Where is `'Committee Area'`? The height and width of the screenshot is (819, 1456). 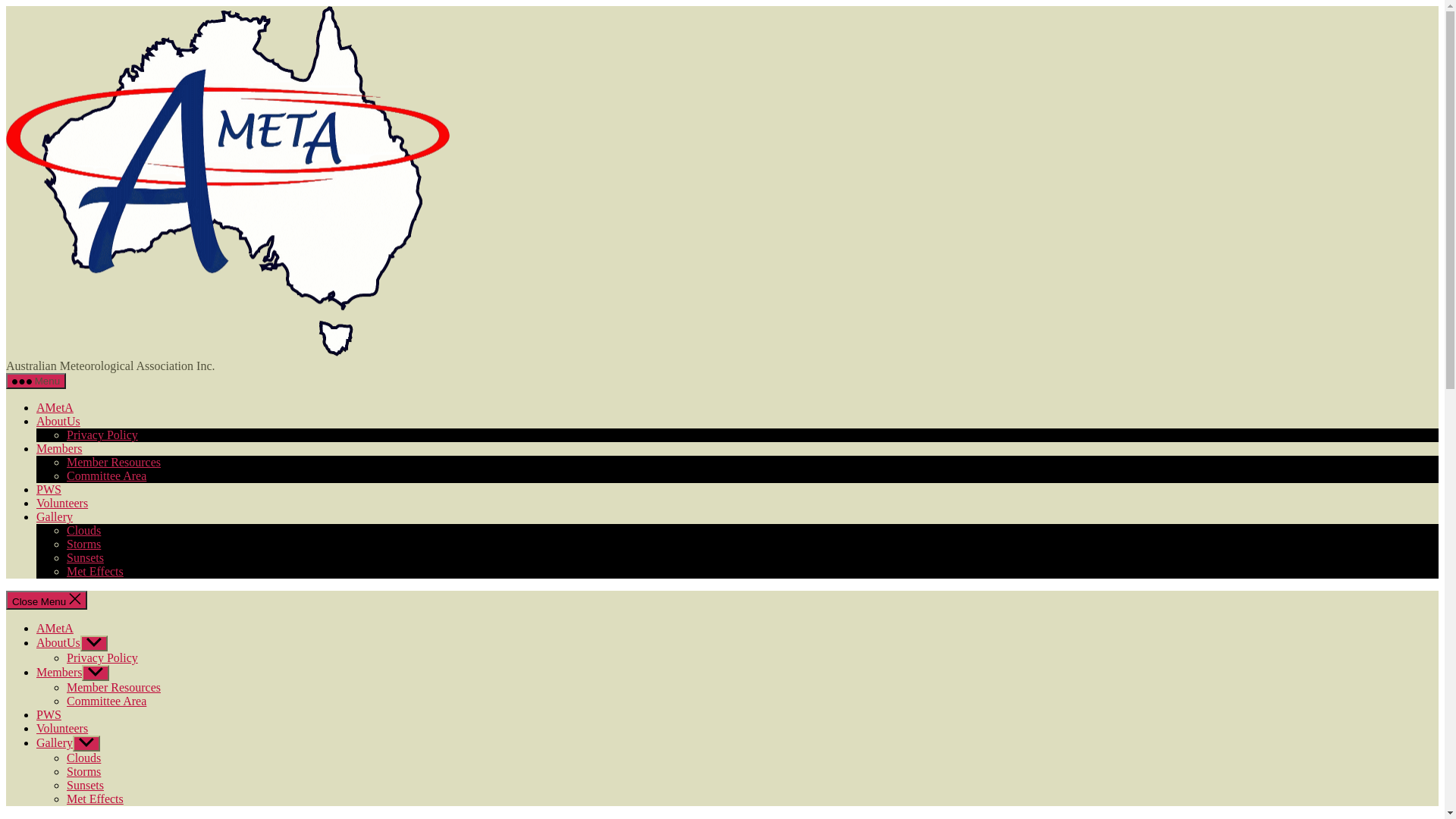 'Committee Area' is located at coordinates (105, 475).